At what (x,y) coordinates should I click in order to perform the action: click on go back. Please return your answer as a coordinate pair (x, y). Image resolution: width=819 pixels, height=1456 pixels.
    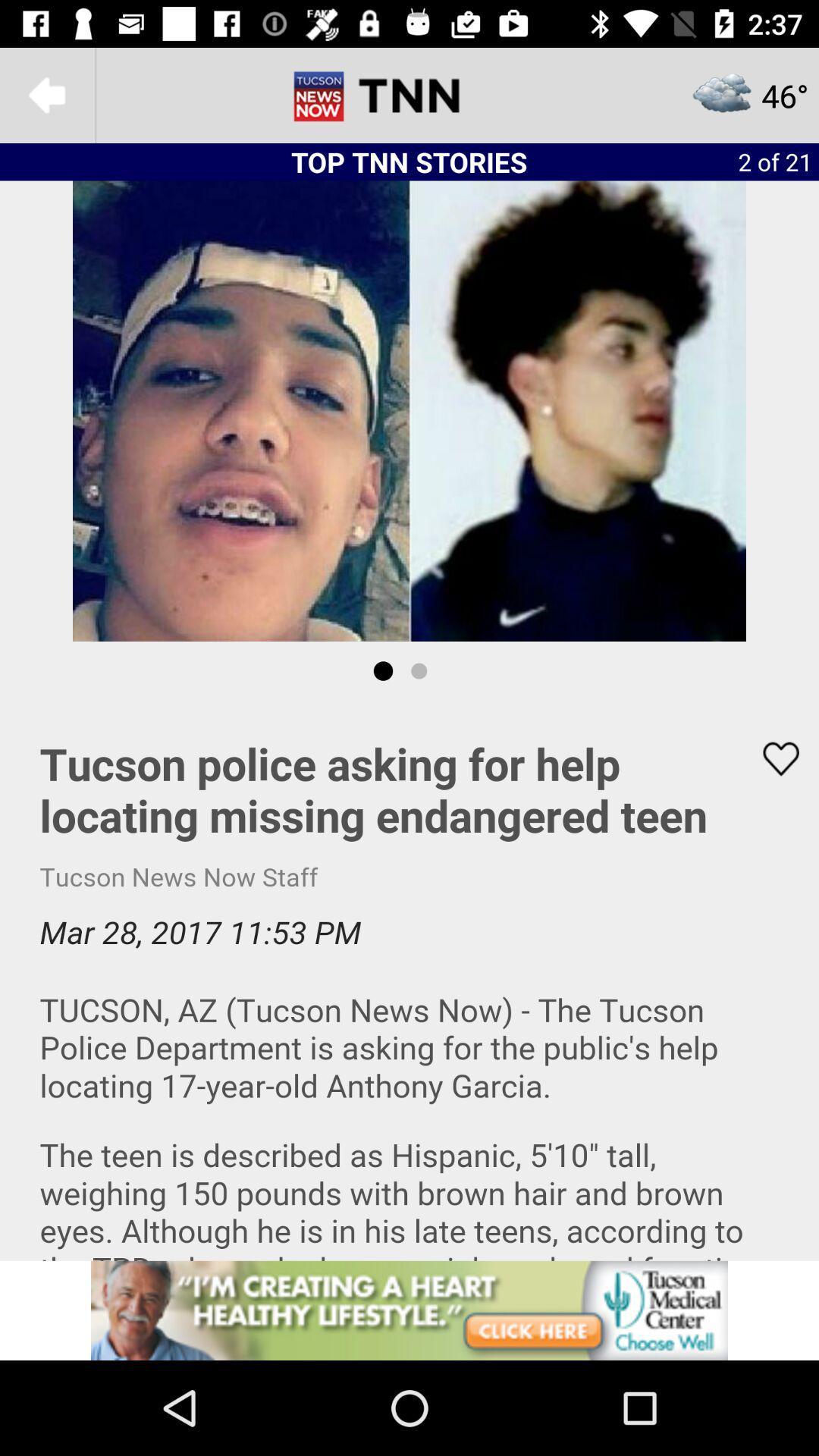
    Looking at the image, I should click on (46, 94).